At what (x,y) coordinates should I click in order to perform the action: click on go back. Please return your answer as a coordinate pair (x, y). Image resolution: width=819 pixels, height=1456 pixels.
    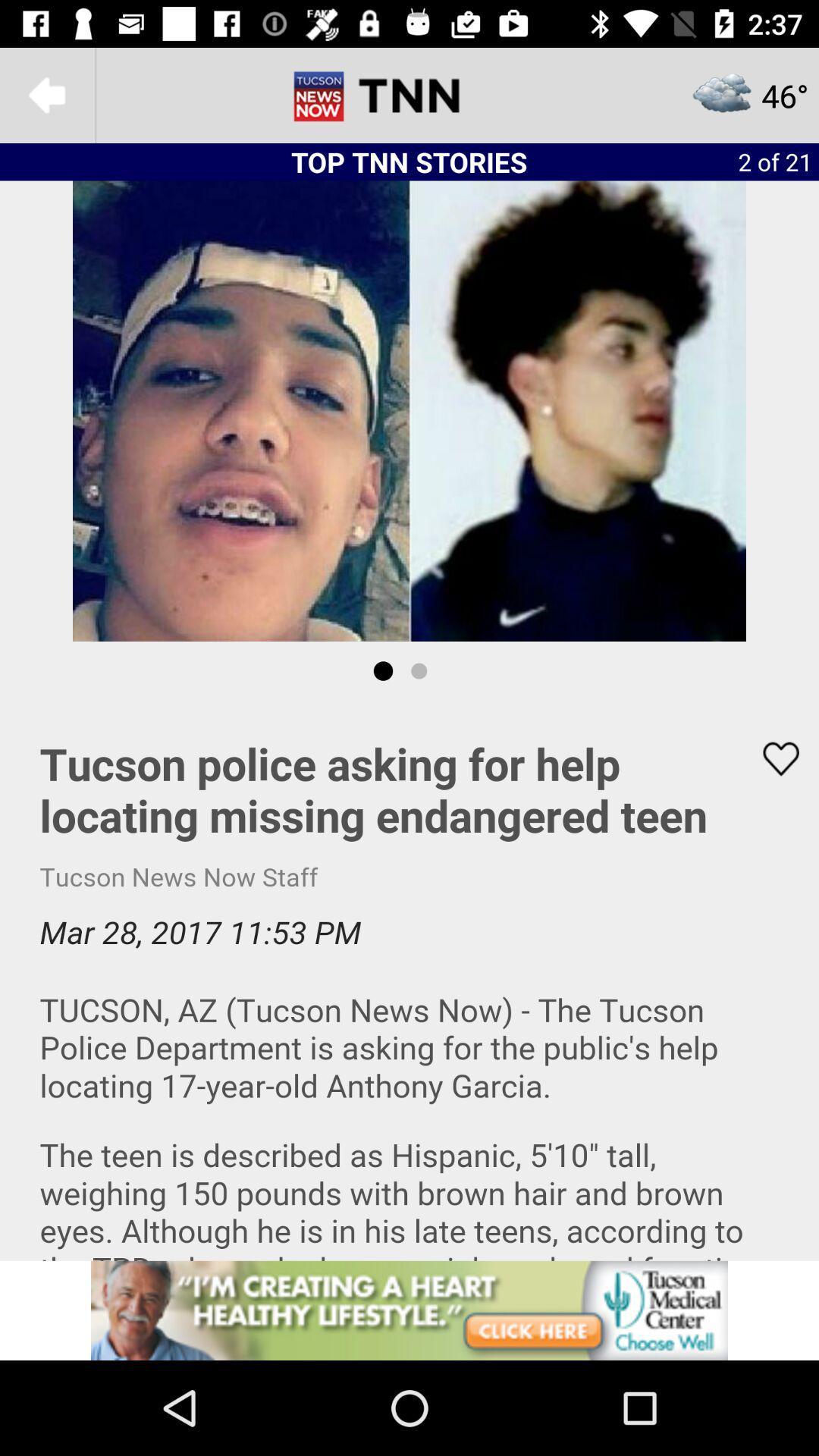
    Looking at the image, I should click on (46, 94).